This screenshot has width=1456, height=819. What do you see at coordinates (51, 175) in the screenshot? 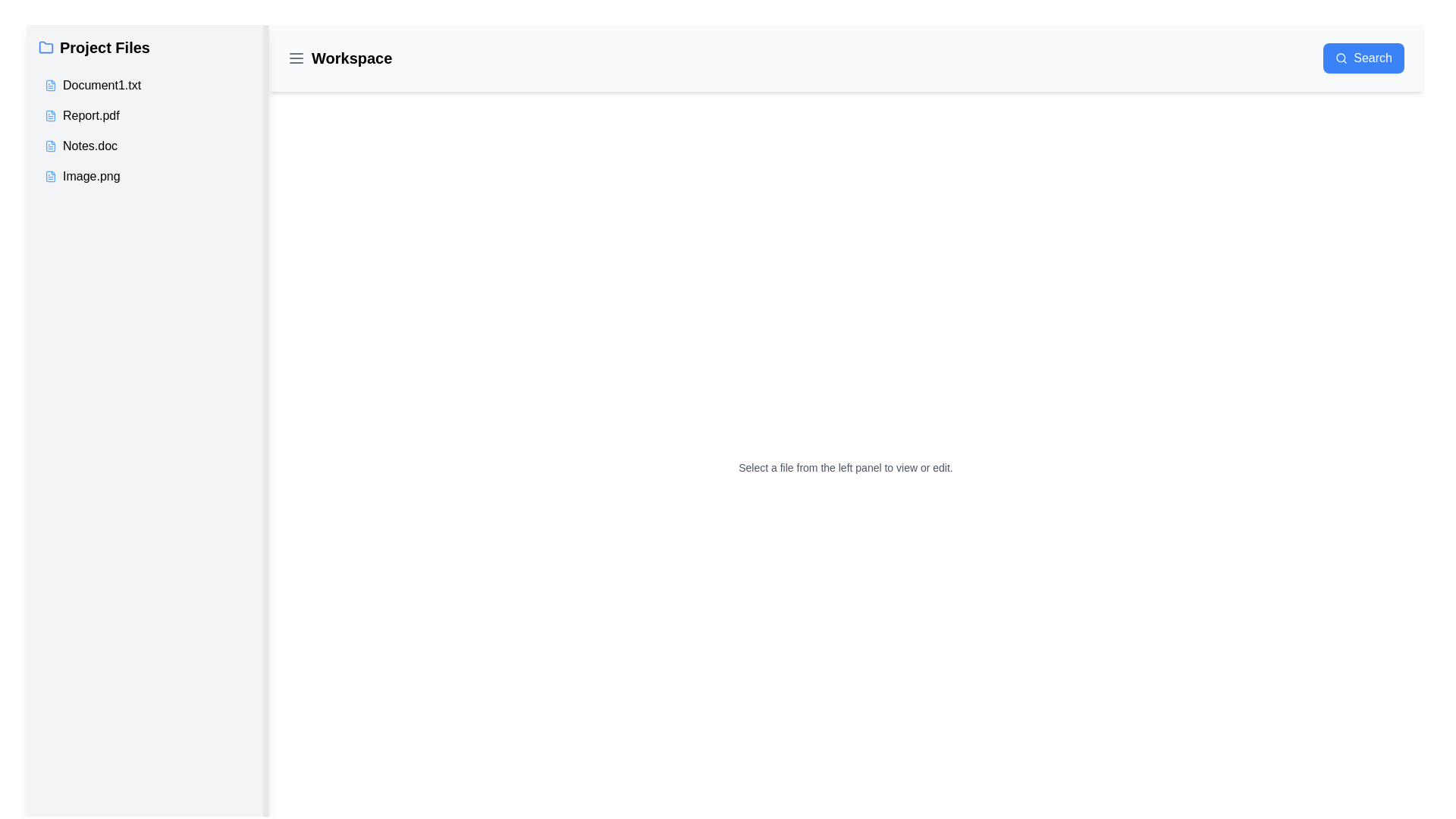
I see `the blue tinted document icon representing the file 'Image.png'` at bounding box center [51, 175].